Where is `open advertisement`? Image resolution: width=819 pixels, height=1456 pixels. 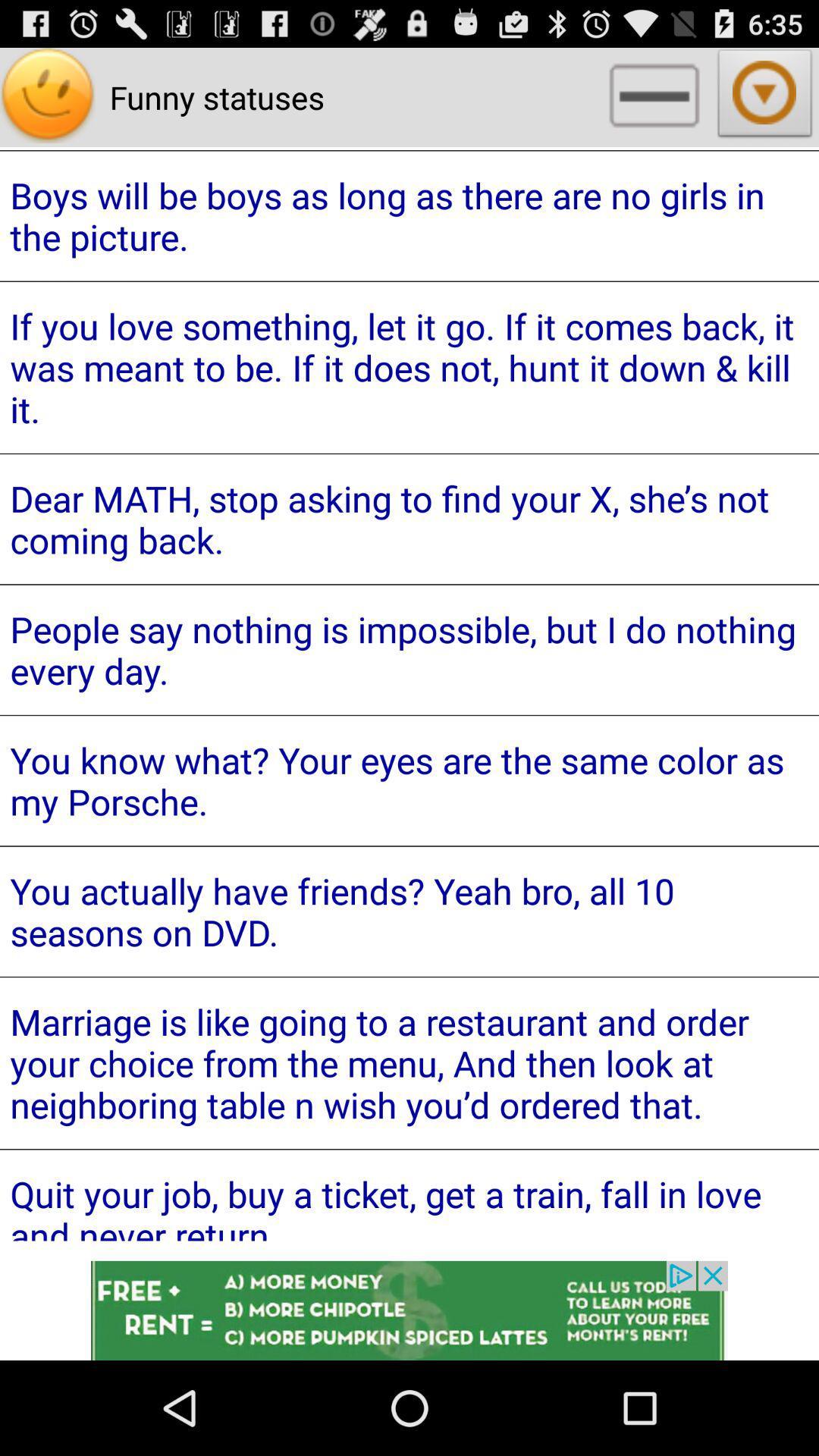
open advertisement is located at coordinates (409, 1310).